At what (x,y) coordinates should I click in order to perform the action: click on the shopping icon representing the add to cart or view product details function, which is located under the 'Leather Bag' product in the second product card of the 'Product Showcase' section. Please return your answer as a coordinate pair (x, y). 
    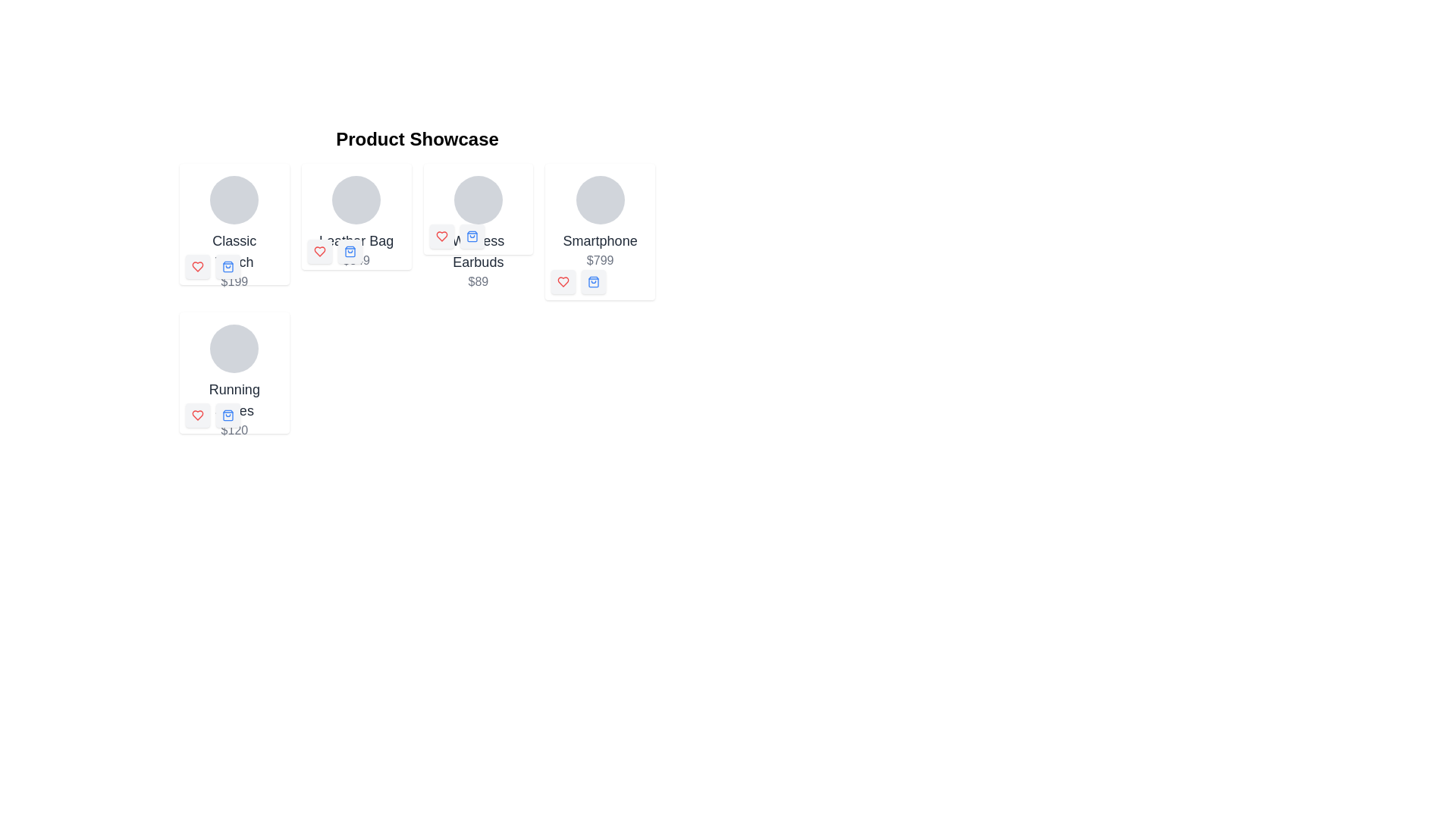
    Looking at the image, I should click on (349, 250).